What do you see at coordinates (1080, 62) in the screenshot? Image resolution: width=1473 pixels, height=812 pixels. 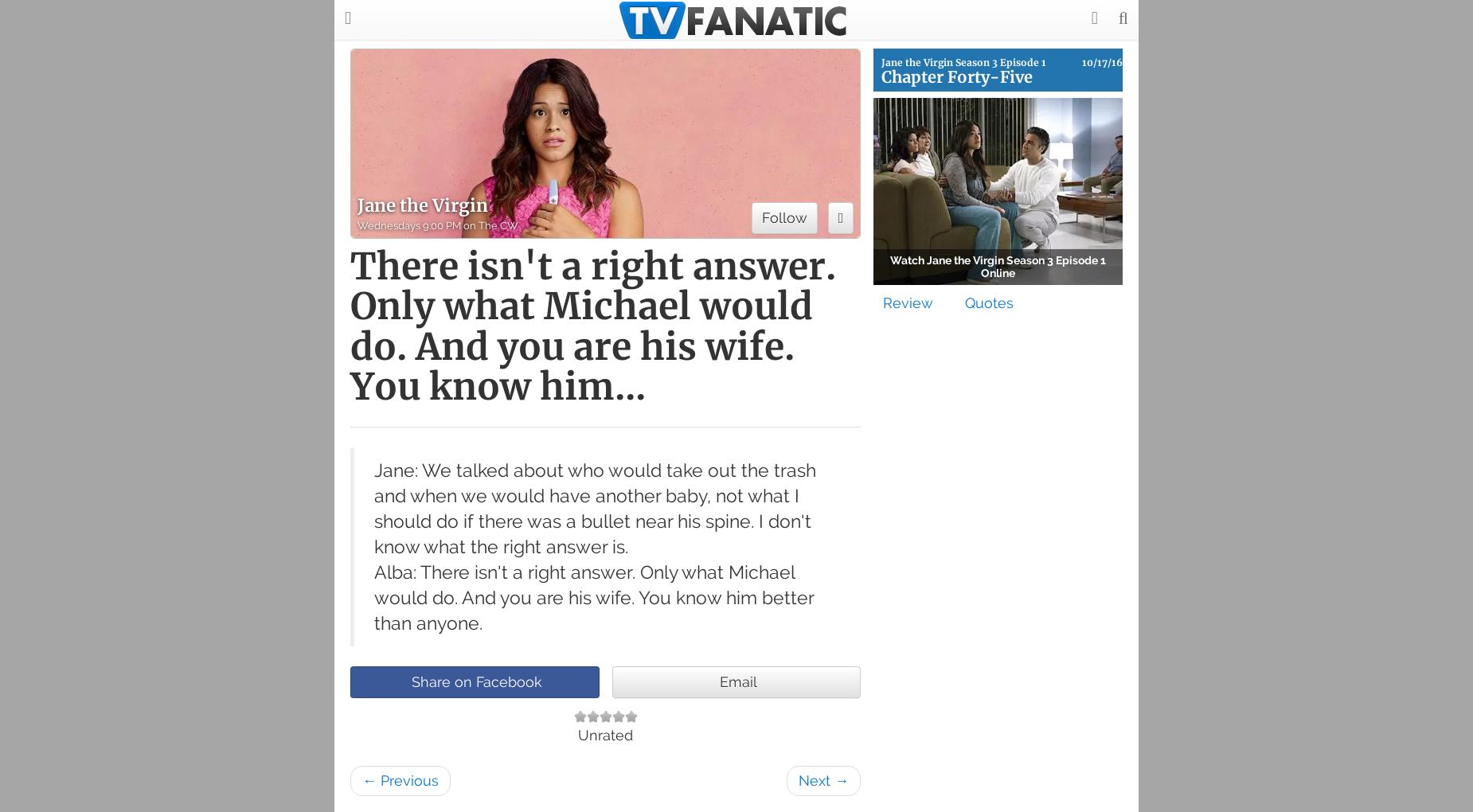 I see `'10/17/16'` at bounding box center [1080, 62].